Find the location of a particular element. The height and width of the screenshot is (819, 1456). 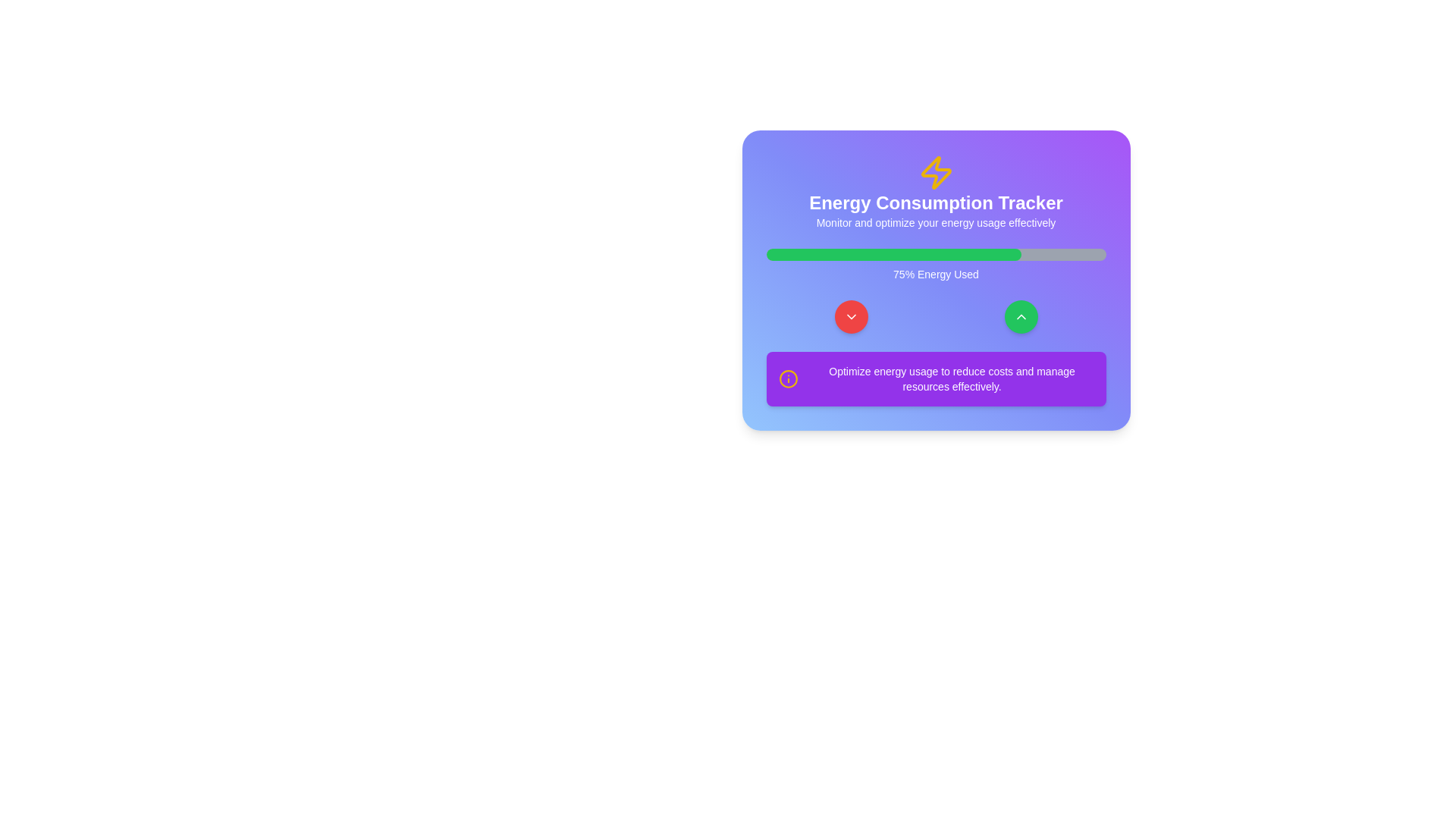

the circular information icon with a yellow outline and transparent center, located on the left side of a purple section containing a description about optimizing energy usage is located at coordinates (788, 378).